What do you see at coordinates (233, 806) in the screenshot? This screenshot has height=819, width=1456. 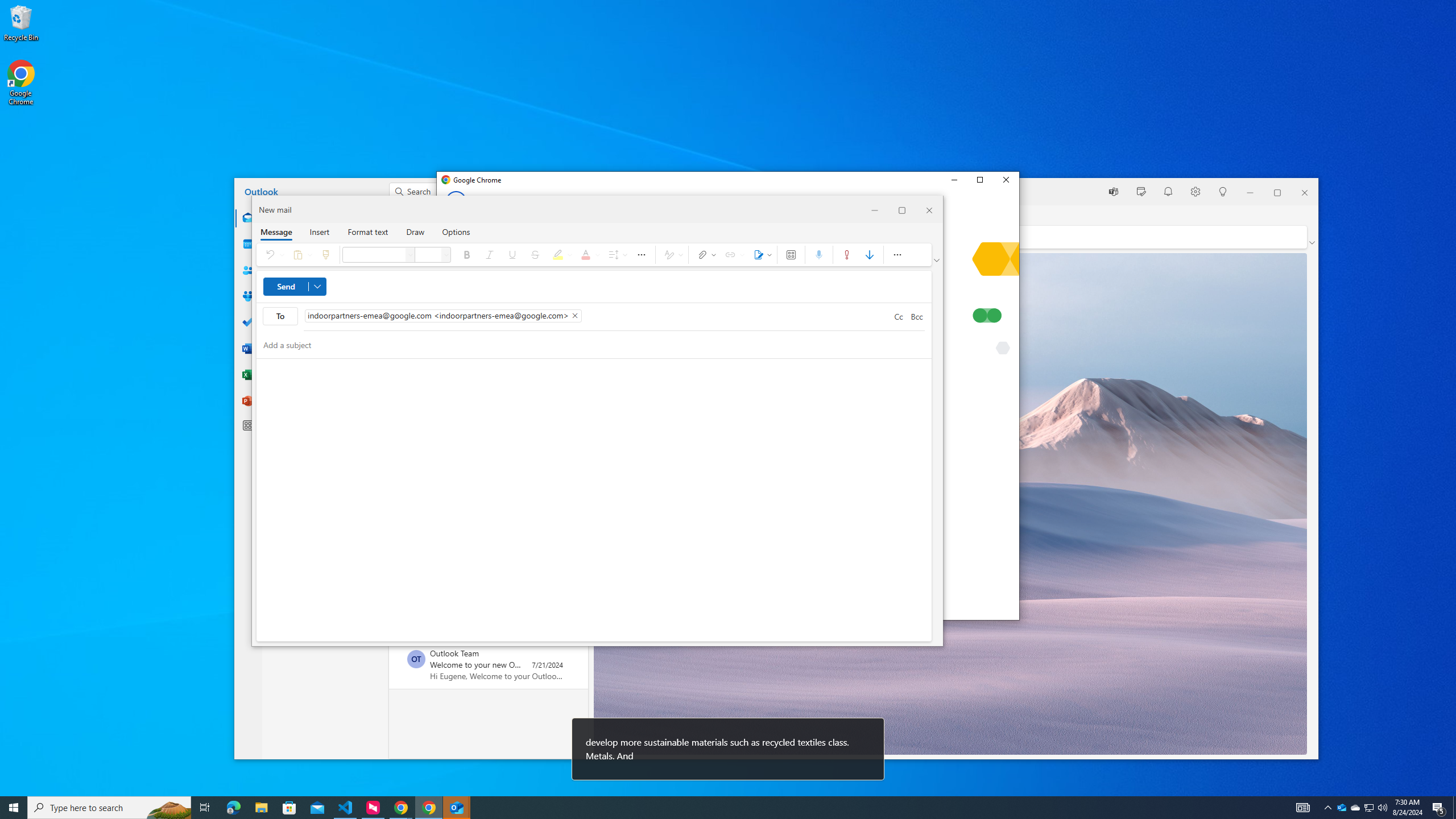 I see `'Microsoft Edge'` at bounding box center [233, 806].